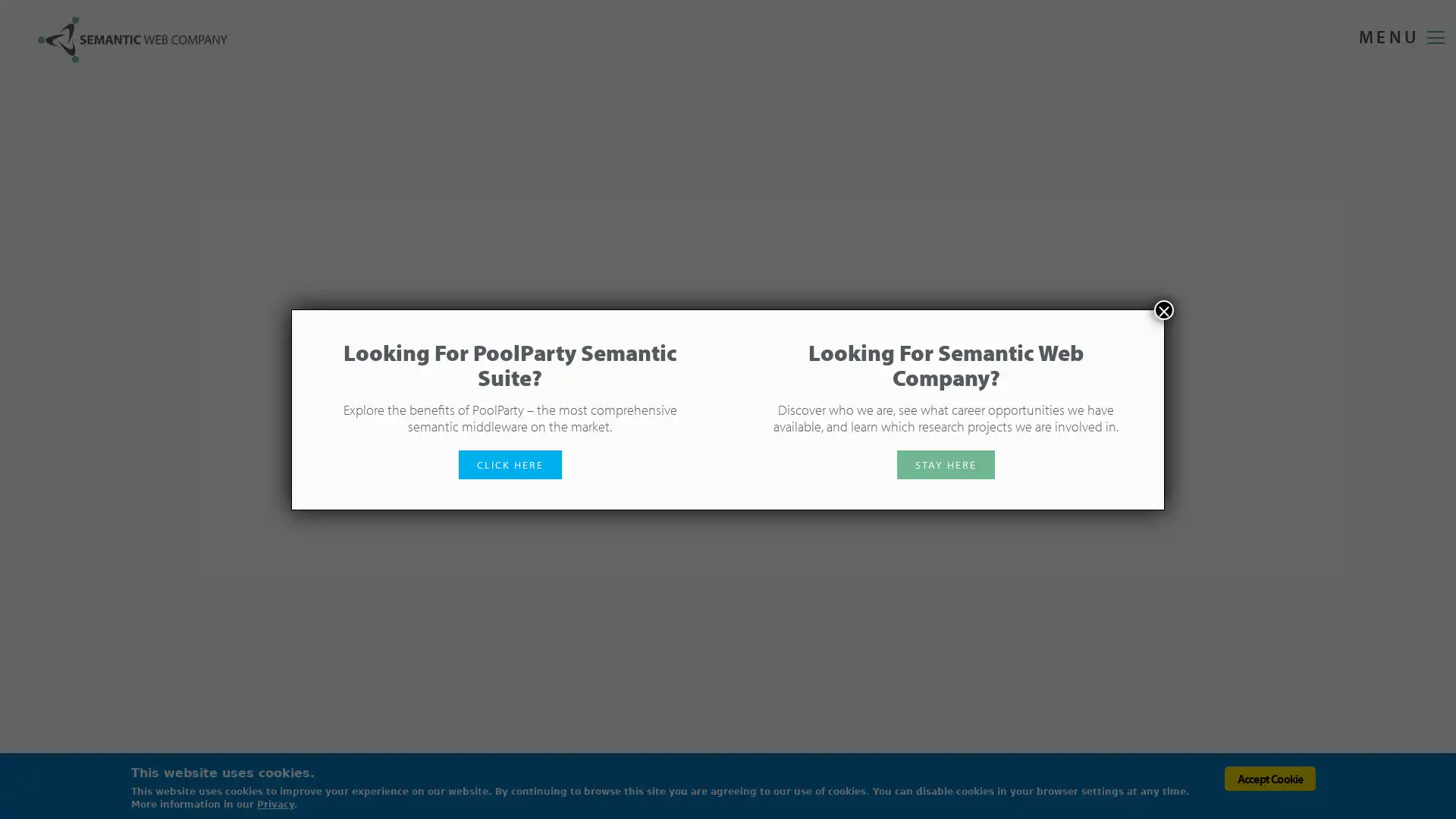  Describe the element at coordinates (510, 463) in the screenshot. I see `CLICK HERE` at that location.